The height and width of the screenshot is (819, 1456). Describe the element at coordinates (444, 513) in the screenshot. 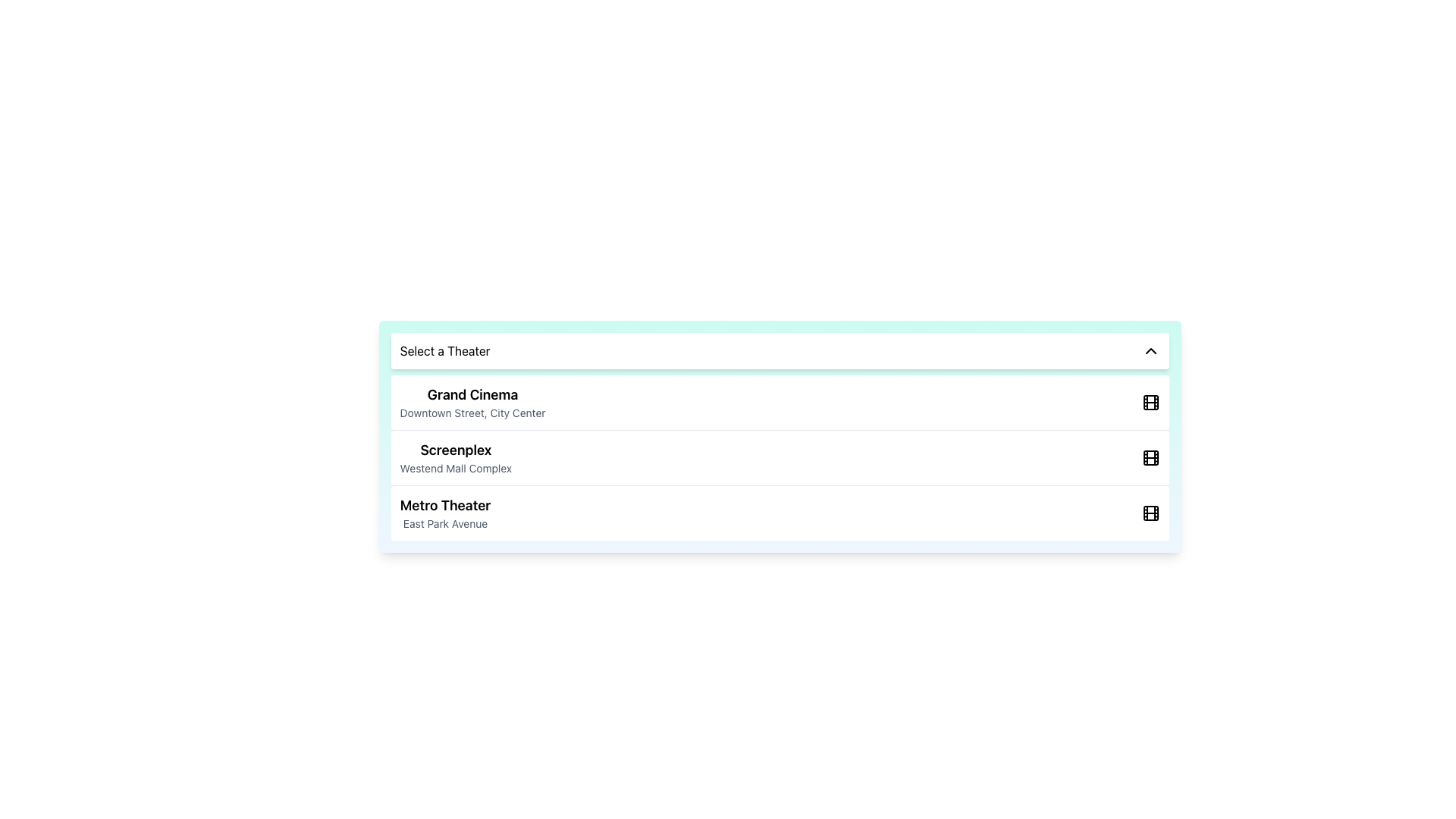

I see `the third list item in the theater selection menu` at that location.